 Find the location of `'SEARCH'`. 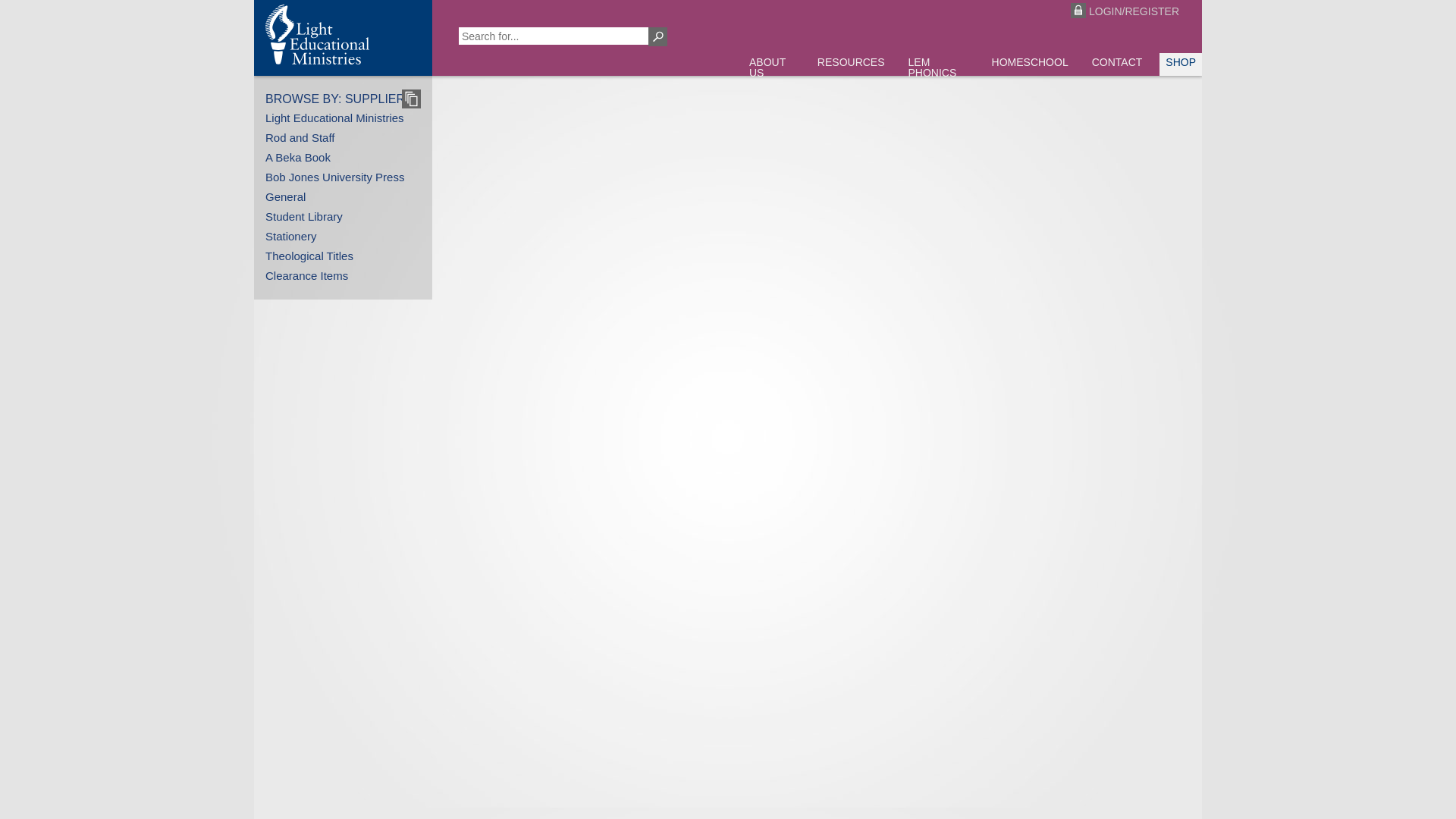

'SEARCH' is located at coordinates (657, 36).